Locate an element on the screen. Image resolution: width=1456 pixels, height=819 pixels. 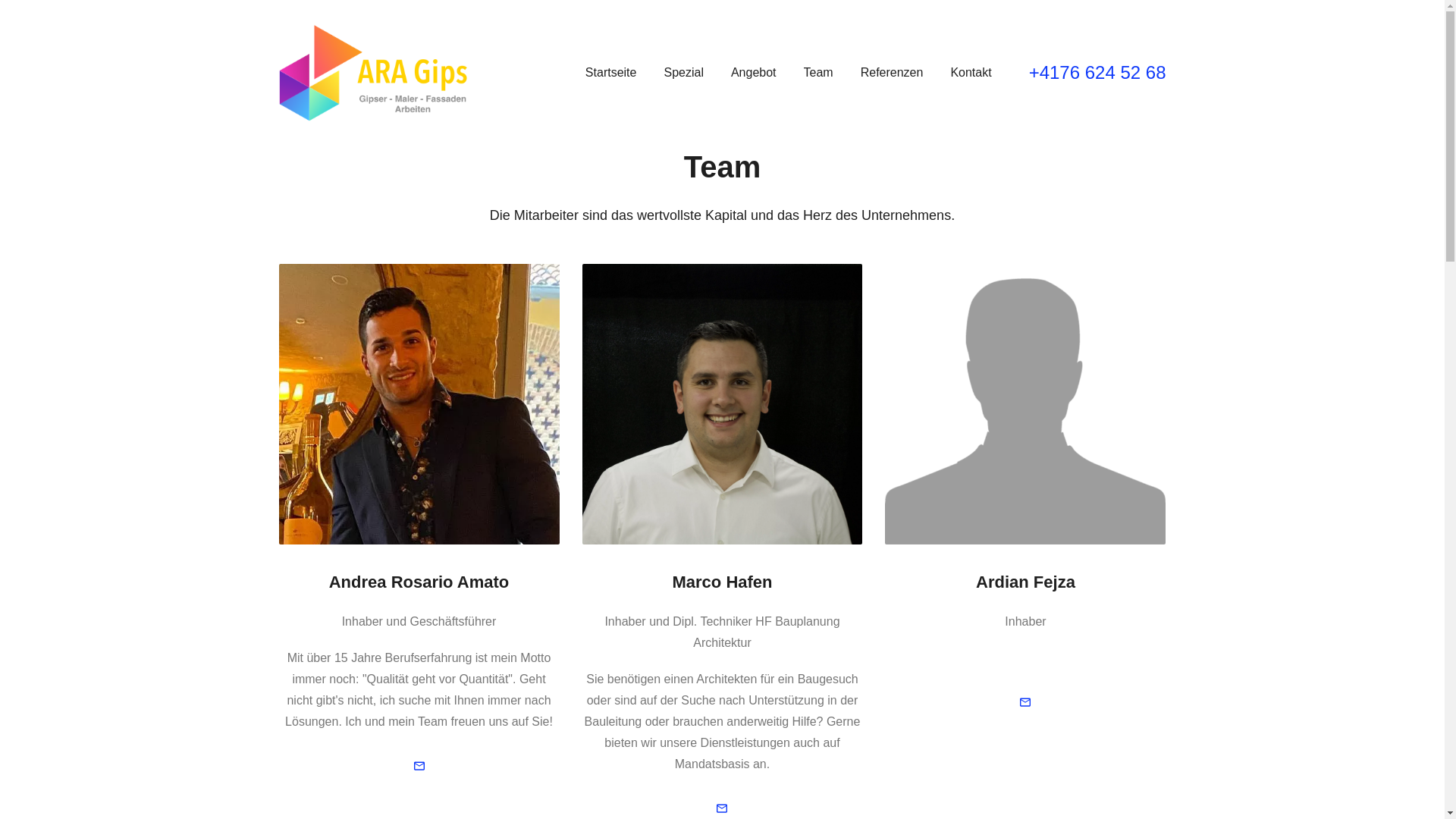
'Startseite' is located at coordinates (611, 73).